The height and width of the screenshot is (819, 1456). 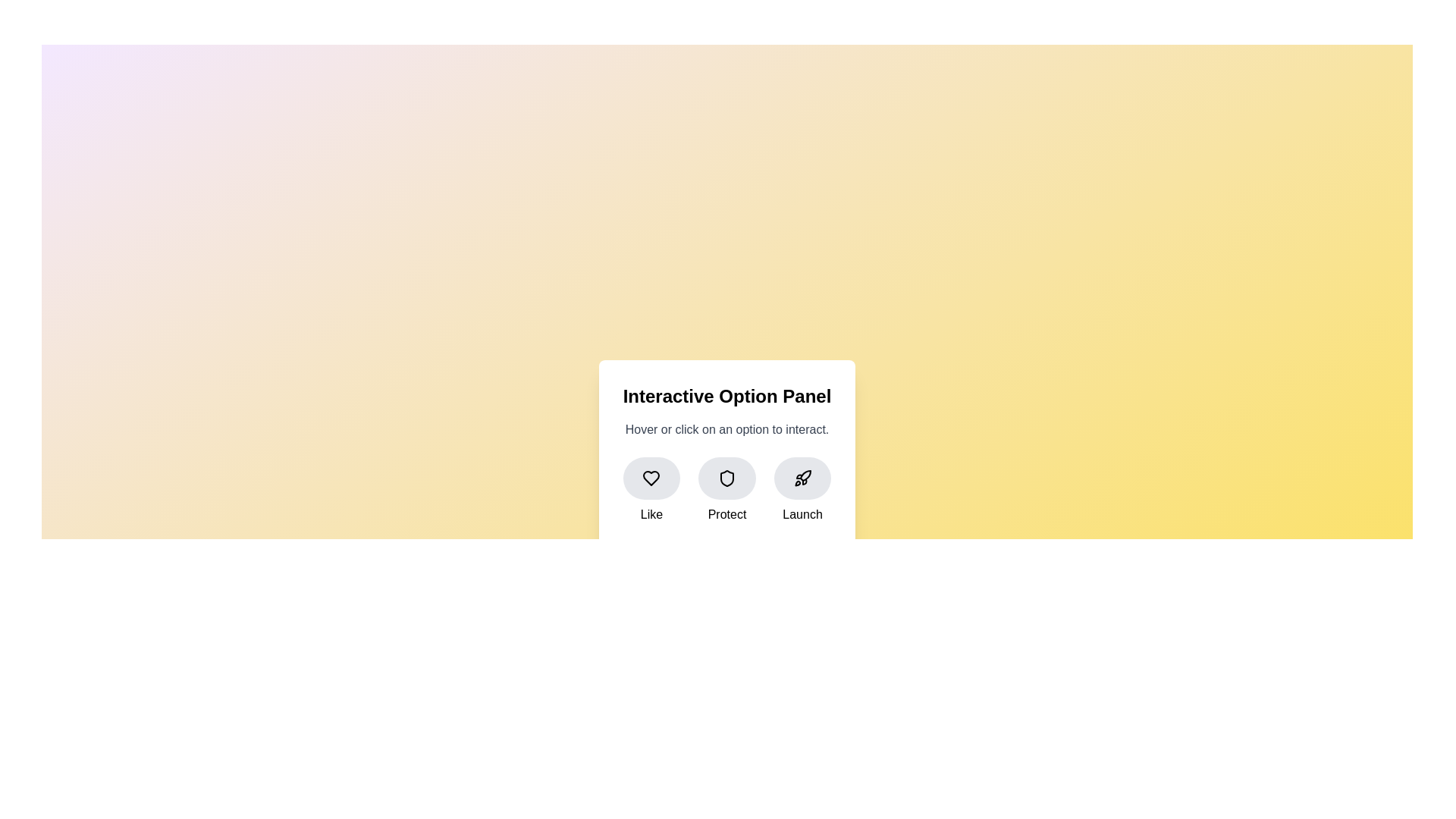 I want to click on the heart-shaped icon inside the circular 'Like' button located in the lower left section of the interactive panel, so click(x=651, y=479).